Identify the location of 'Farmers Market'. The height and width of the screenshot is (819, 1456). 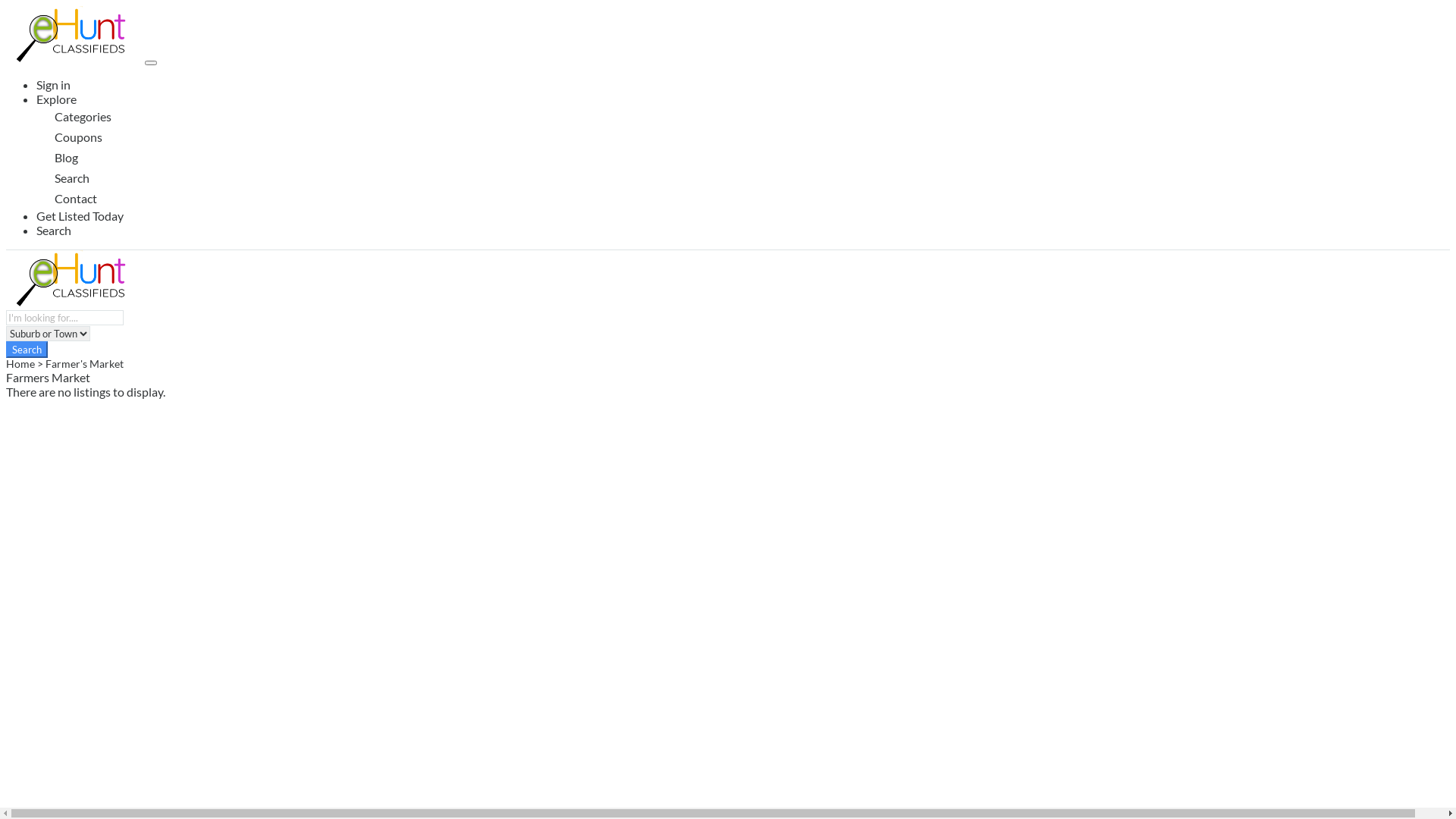
(48, 376).